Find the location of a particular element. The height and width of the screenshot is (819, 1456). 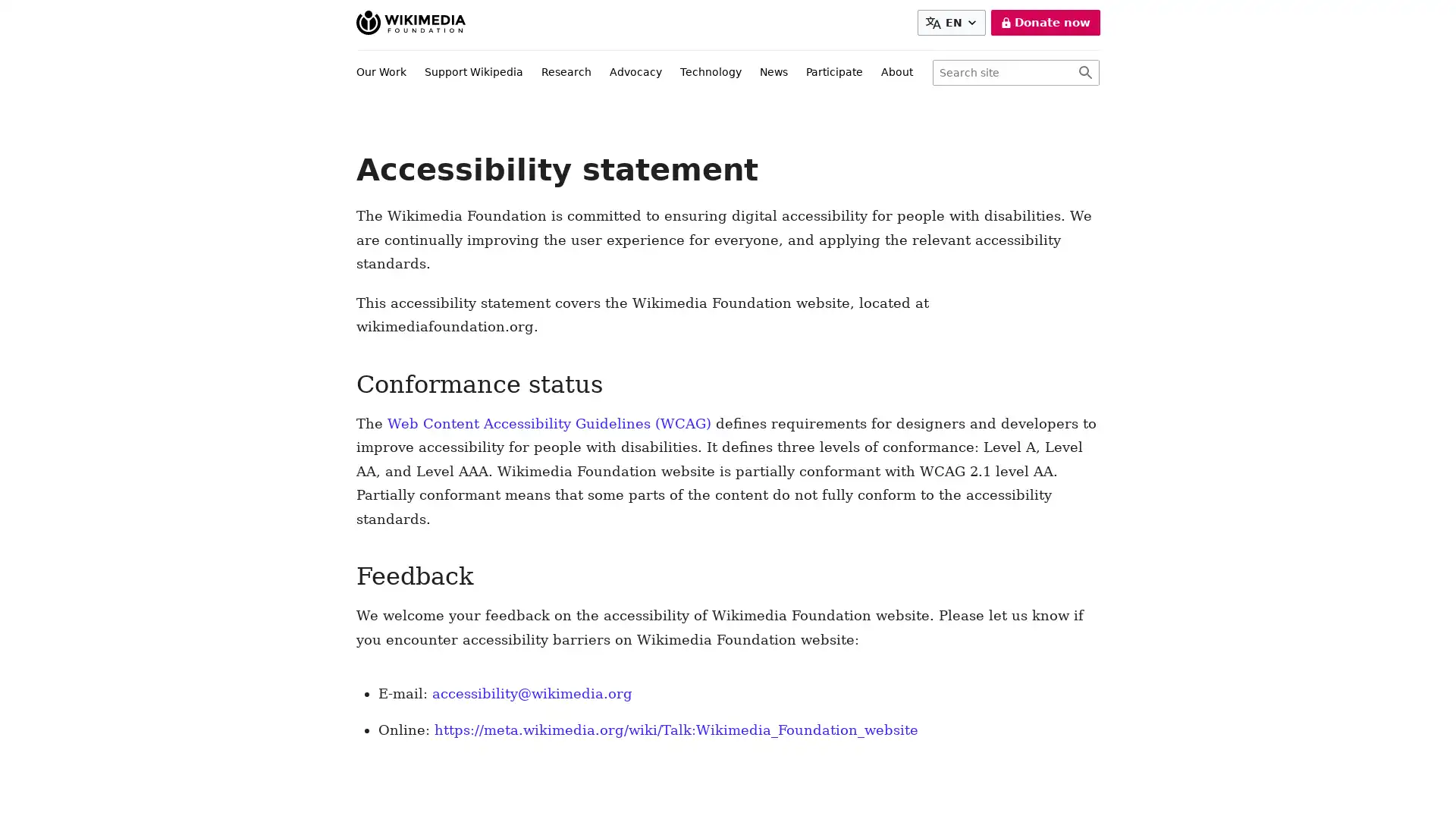

CURRENT LANGUAGE: EN is located at coordinates (953, 23).